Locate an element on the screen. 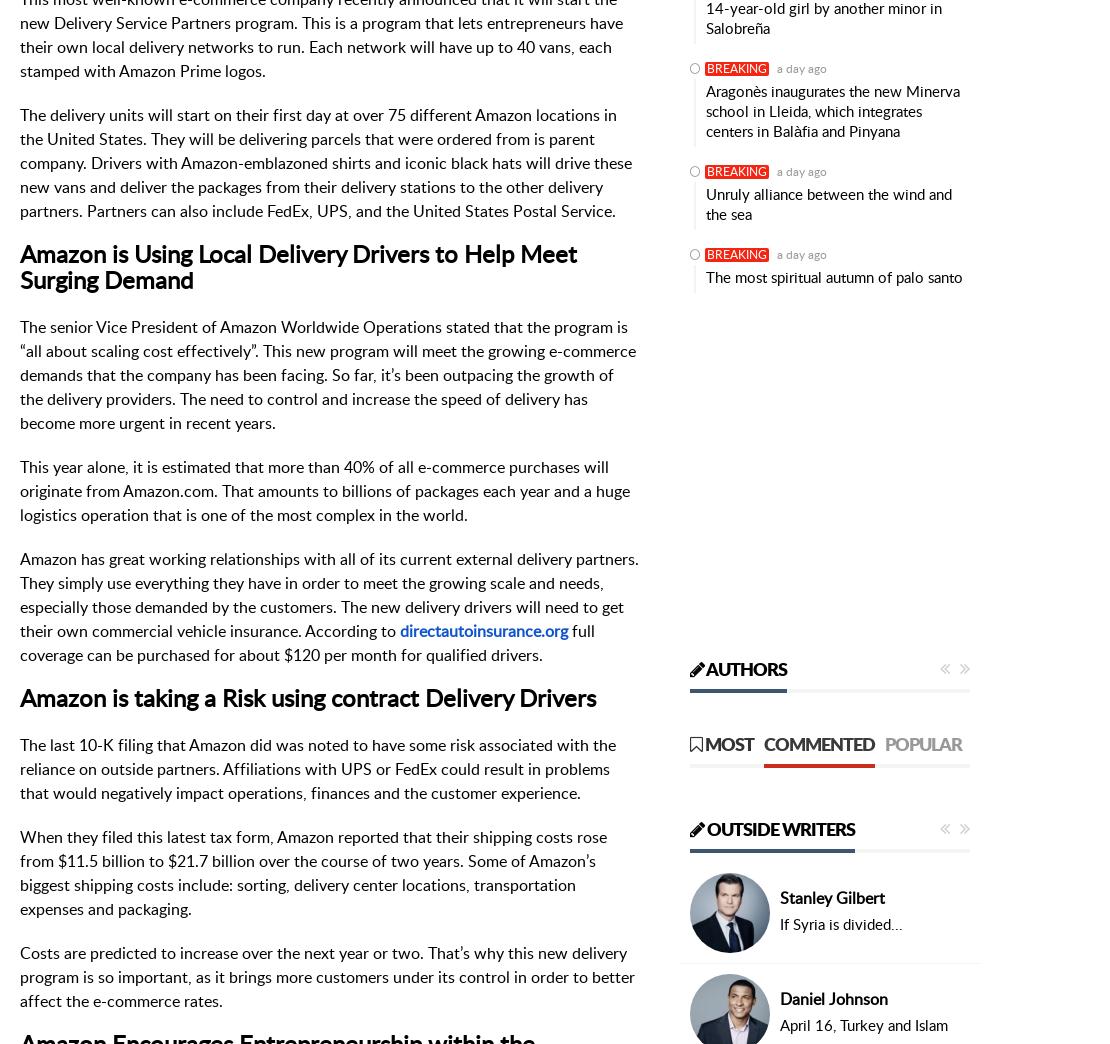  'Daniel Johnson' is located at coordinates (833, 1000).